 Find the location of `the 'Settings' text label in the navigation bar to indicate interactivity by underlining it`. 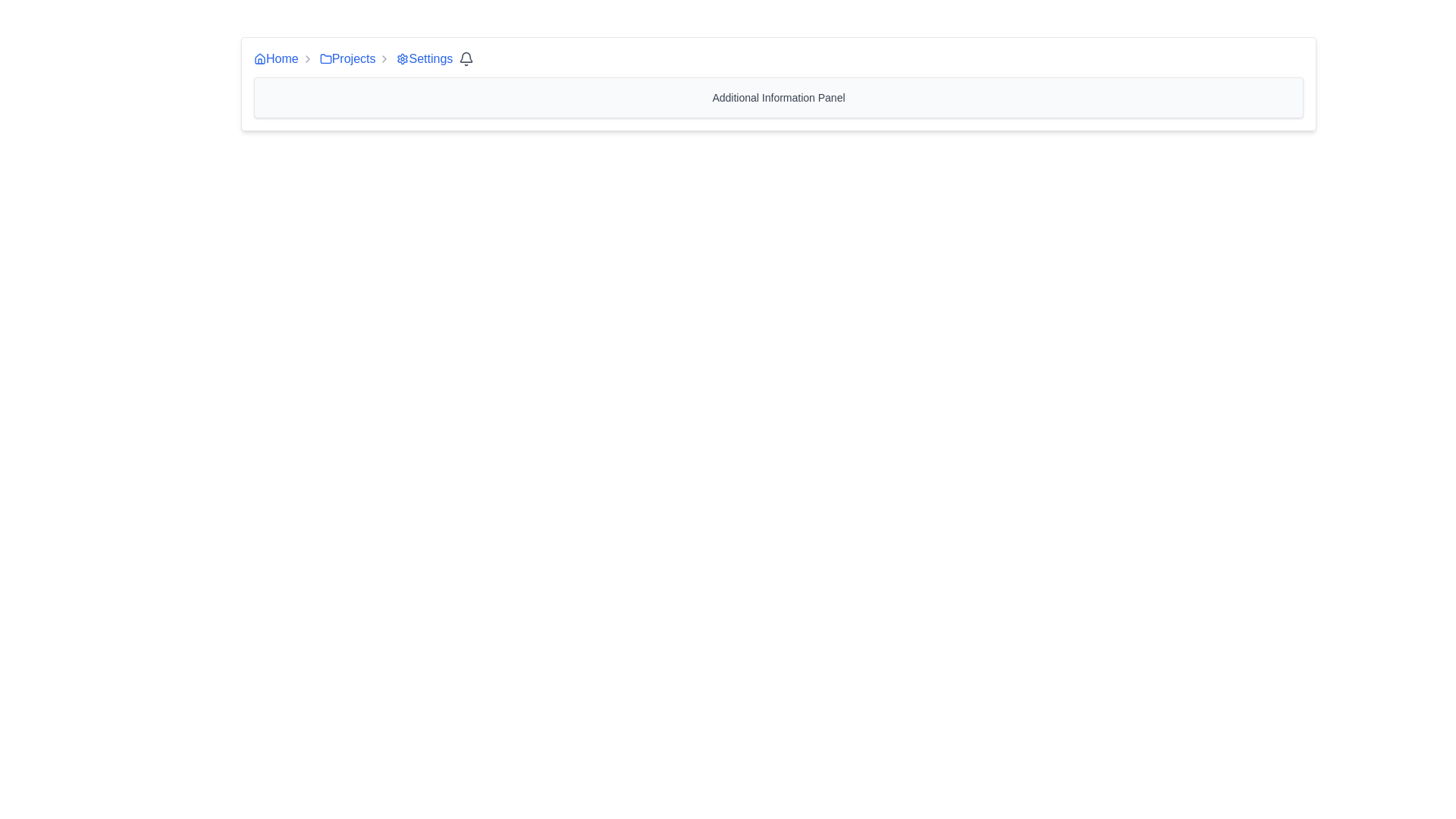

the 'Settings' text label in the navigation bar to indicate interactivity by underlining it is located at coordinates (430, 58).